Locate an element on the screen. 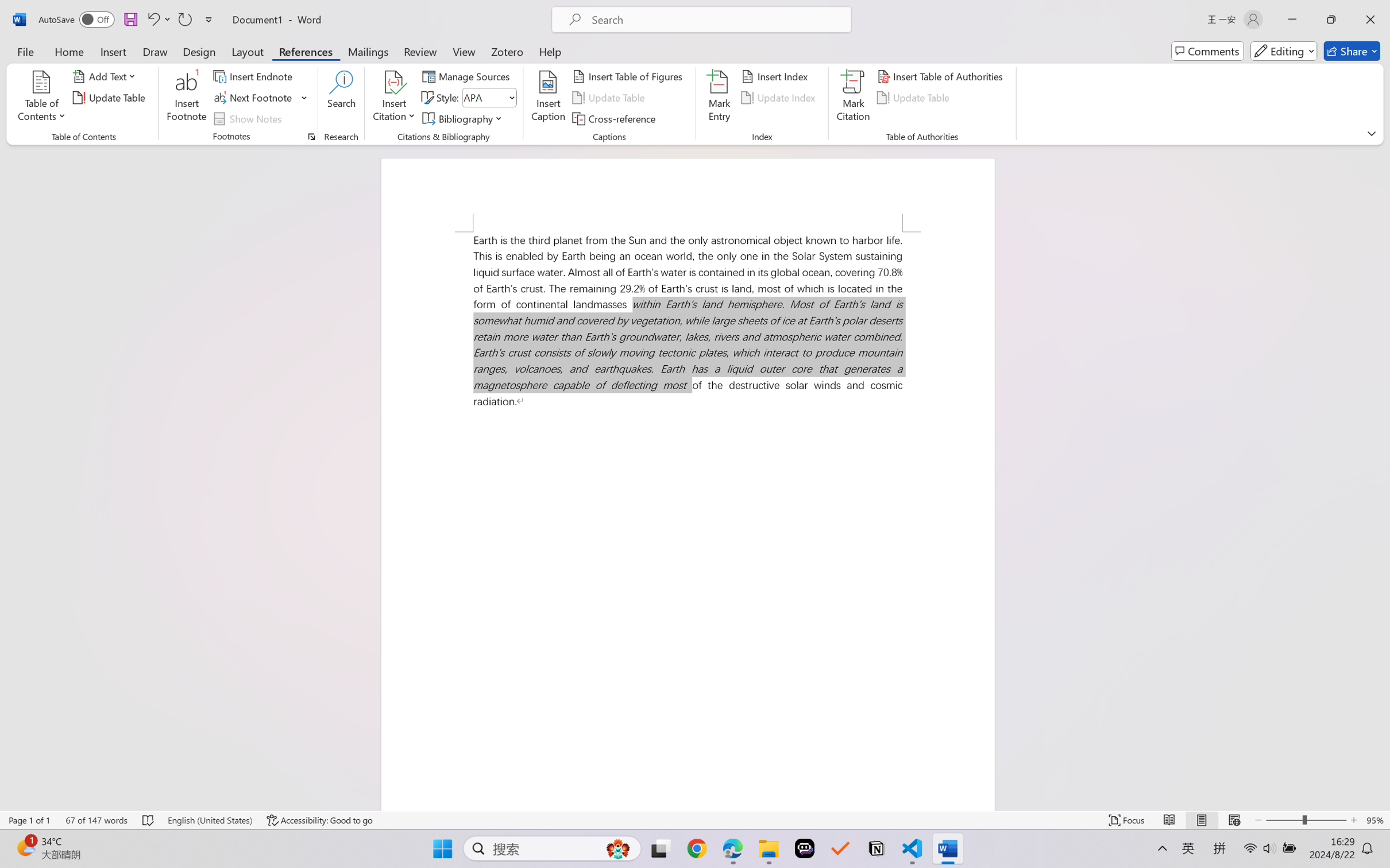 The width and height of the screenshot is (1390, 868). 'Show Notes' is located at coordinates (249, 119).